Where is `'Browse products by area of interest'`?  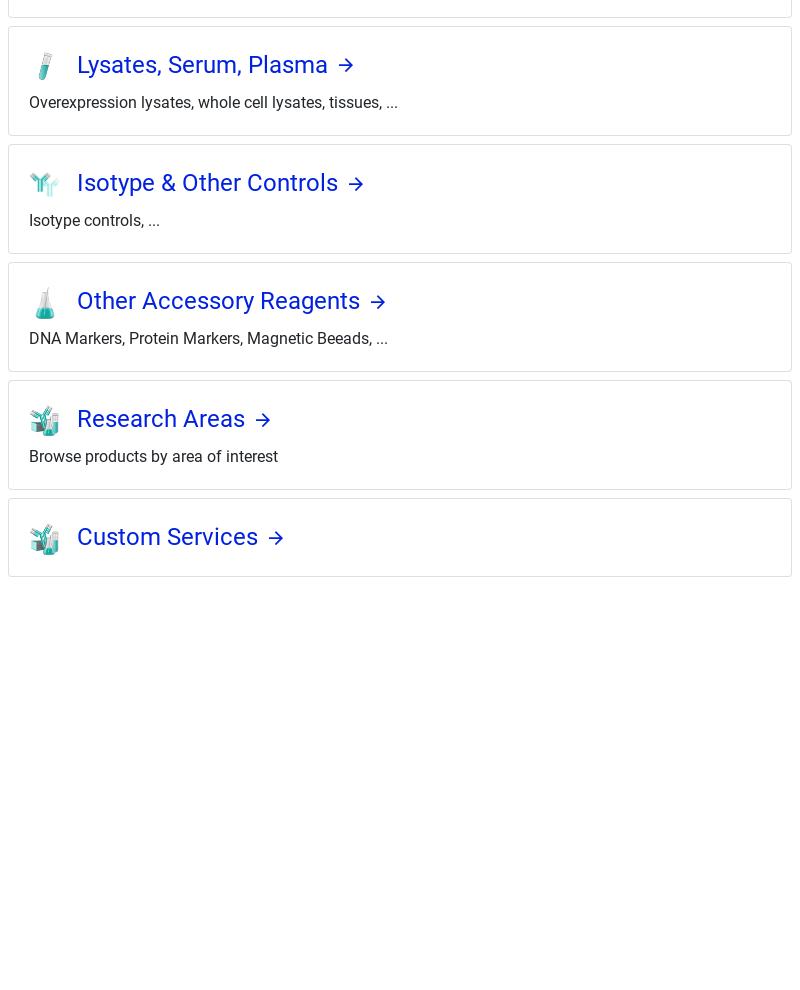
'Browse products by area of interest' is located at coordinates (153, 456).